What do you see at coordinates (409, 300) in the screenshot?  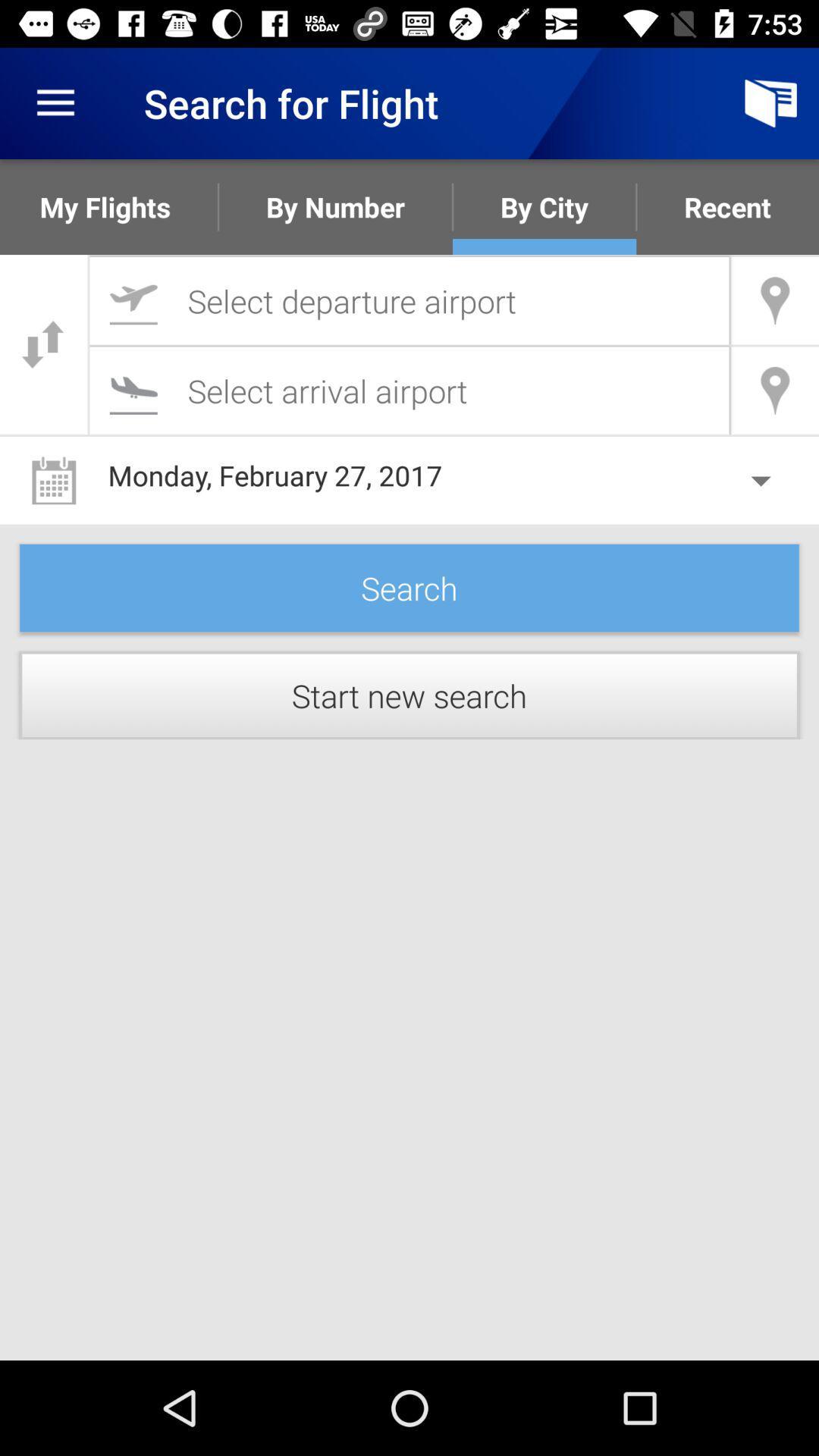 I see `search` at bounding box center [409, 300].